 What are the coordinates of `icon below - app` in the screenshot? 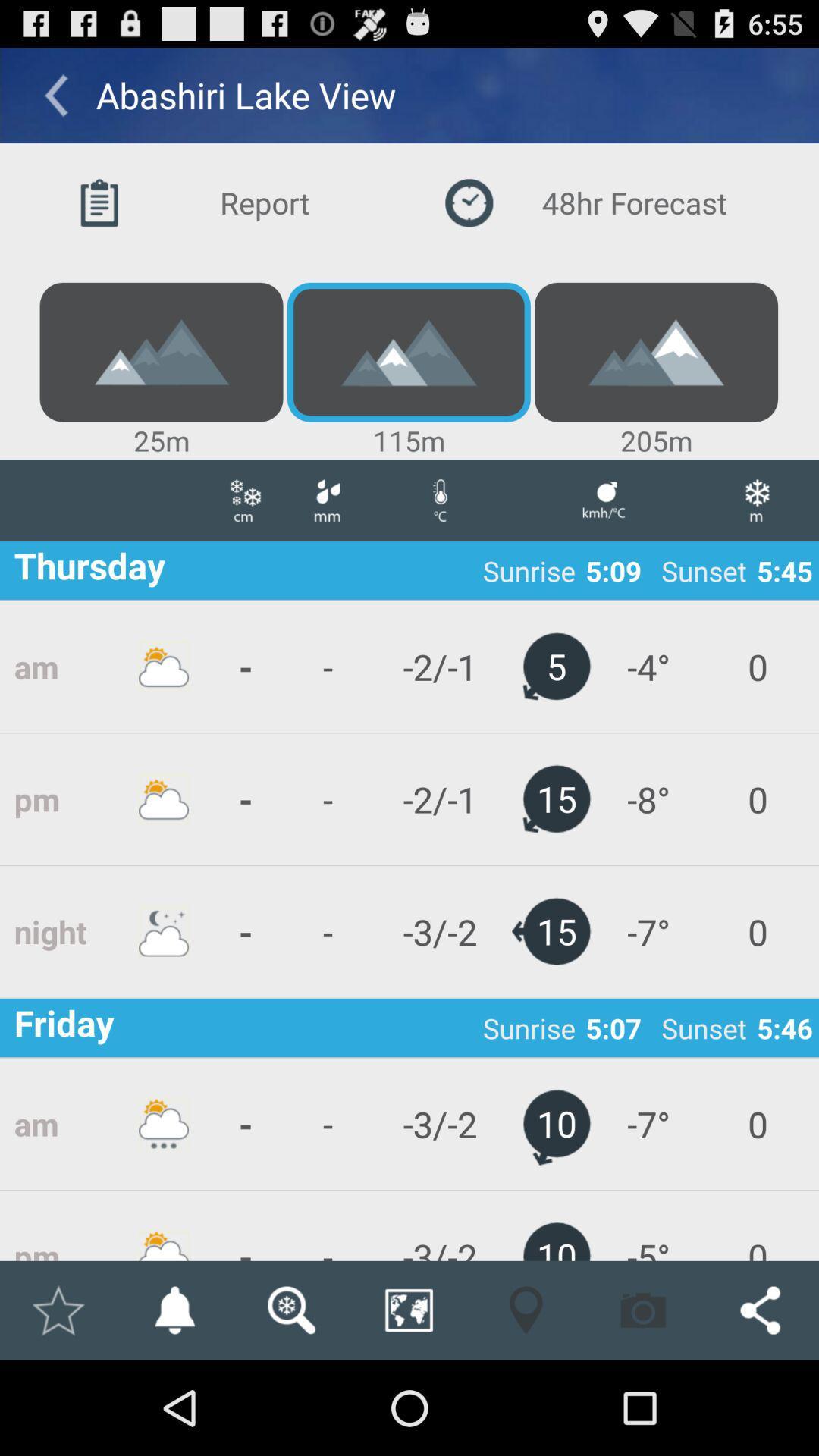 It's located at (291, 1310).